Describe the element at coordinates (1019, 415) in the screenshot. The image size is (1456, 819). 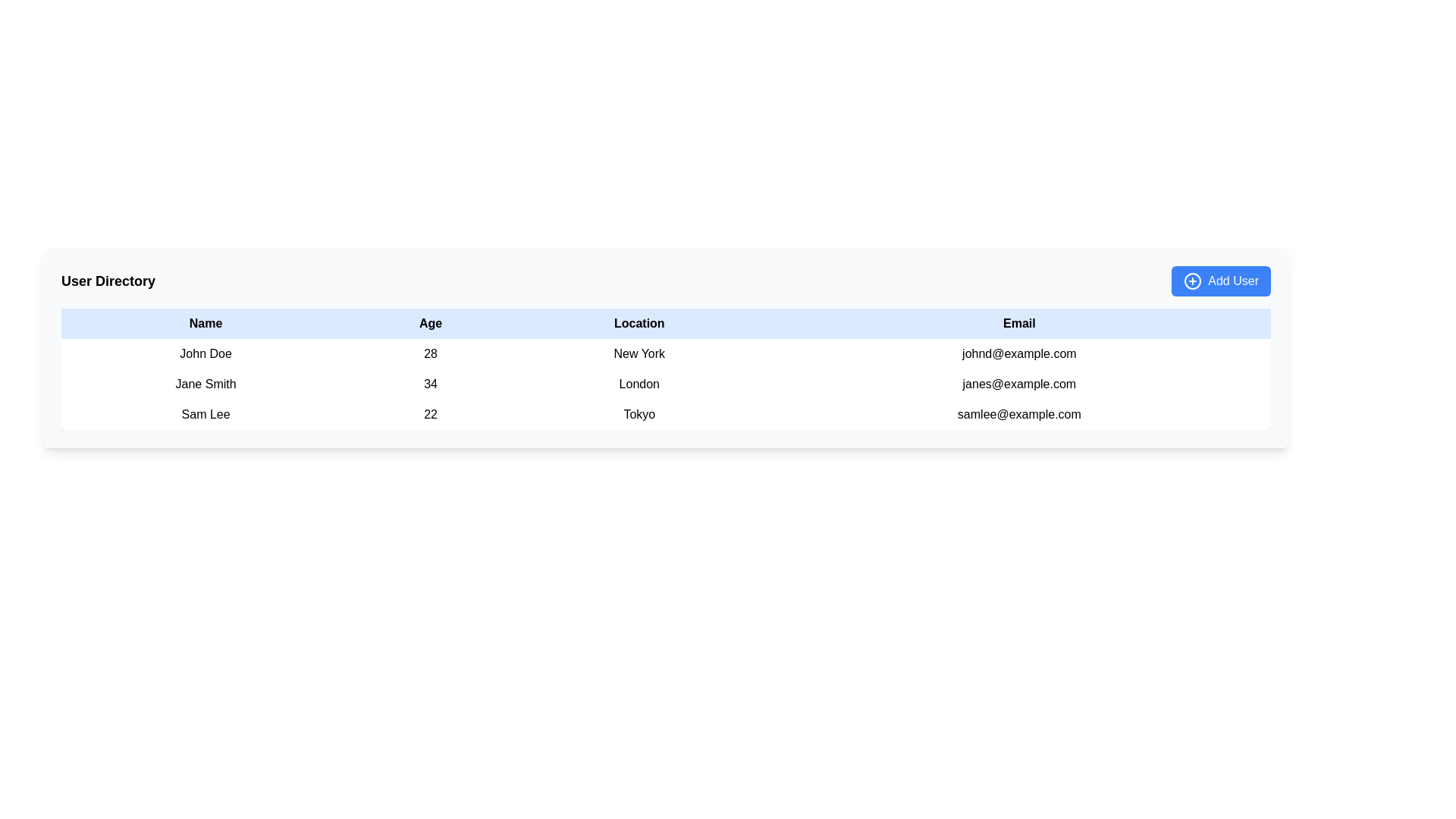
I see `the non-interactive informational display for the email address associated with the user entry 'Sam Lee', located in the fourth column of the third row under the 'Email' header` at that location.